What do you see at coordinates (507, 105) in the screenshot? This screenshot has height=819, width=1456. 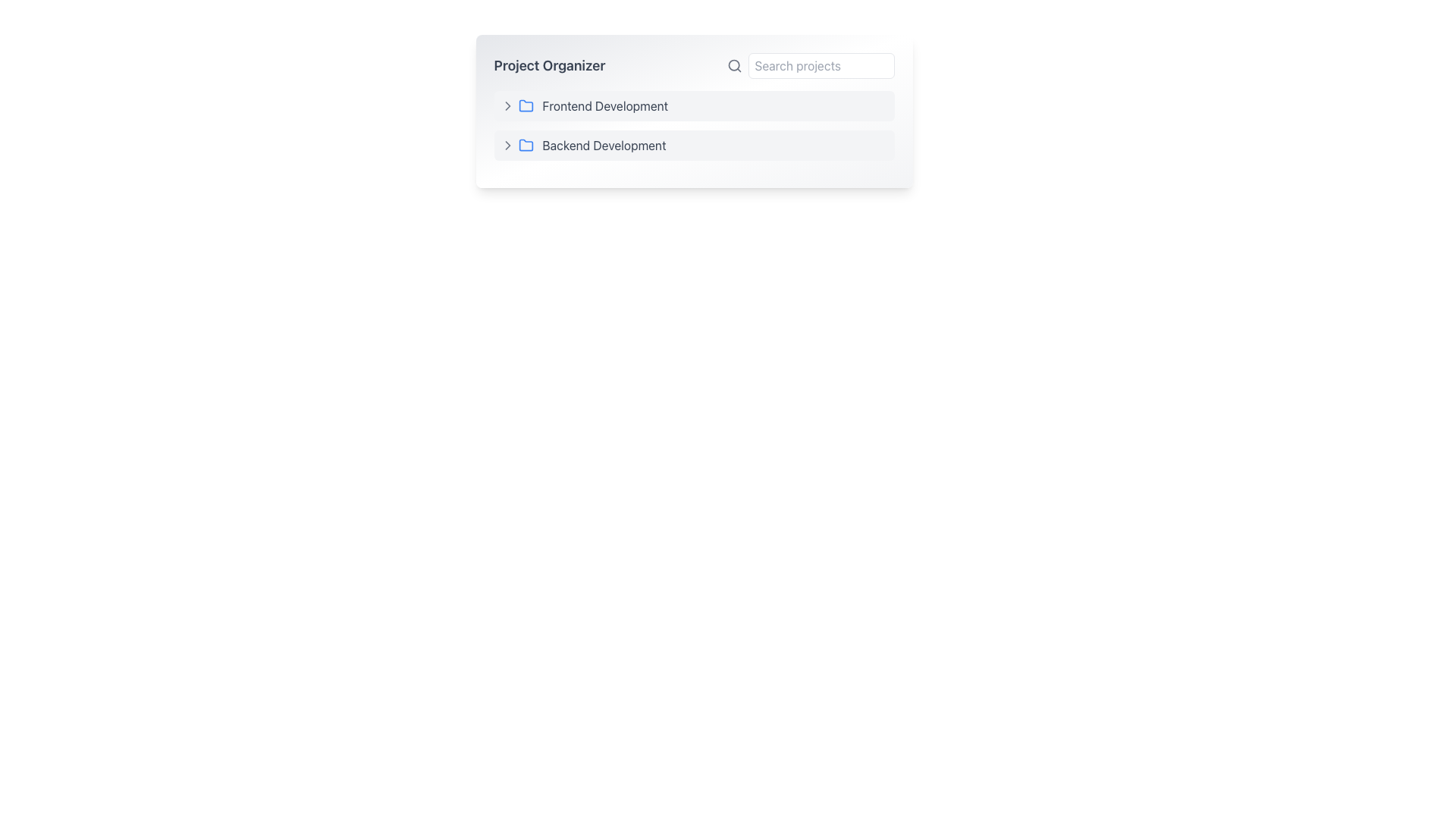 I see `the chevron icon indicating the expand/collapse functionality for the 'Frontend Development' section` at bounding box center [507, 105].